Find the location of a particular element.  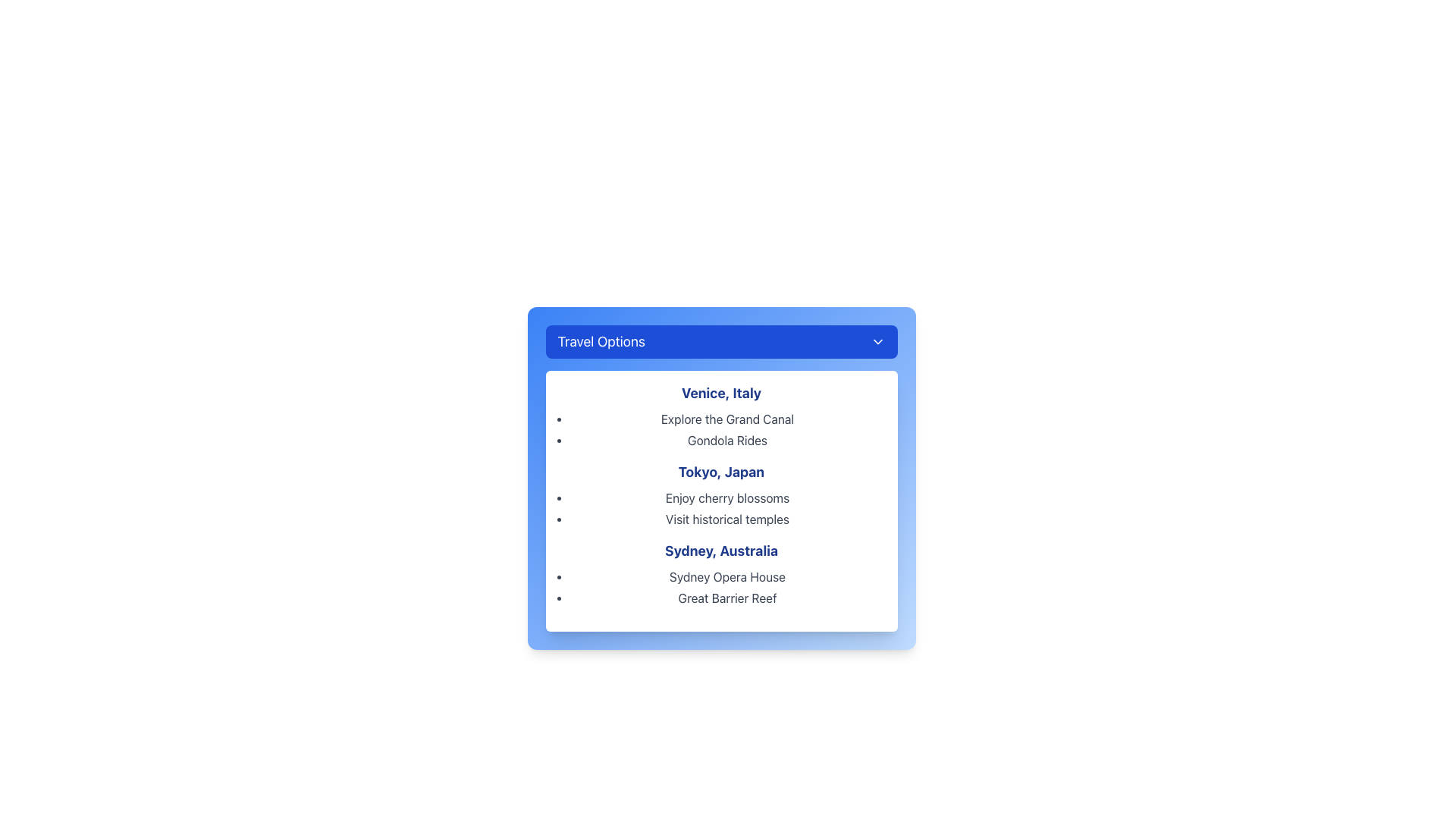

text from the bullet point list under the title 'Tokyo, Japan', which includes 'Enjoy cherry blossoms' and 'Visit historical temples' is located at coordinates (726, 509).